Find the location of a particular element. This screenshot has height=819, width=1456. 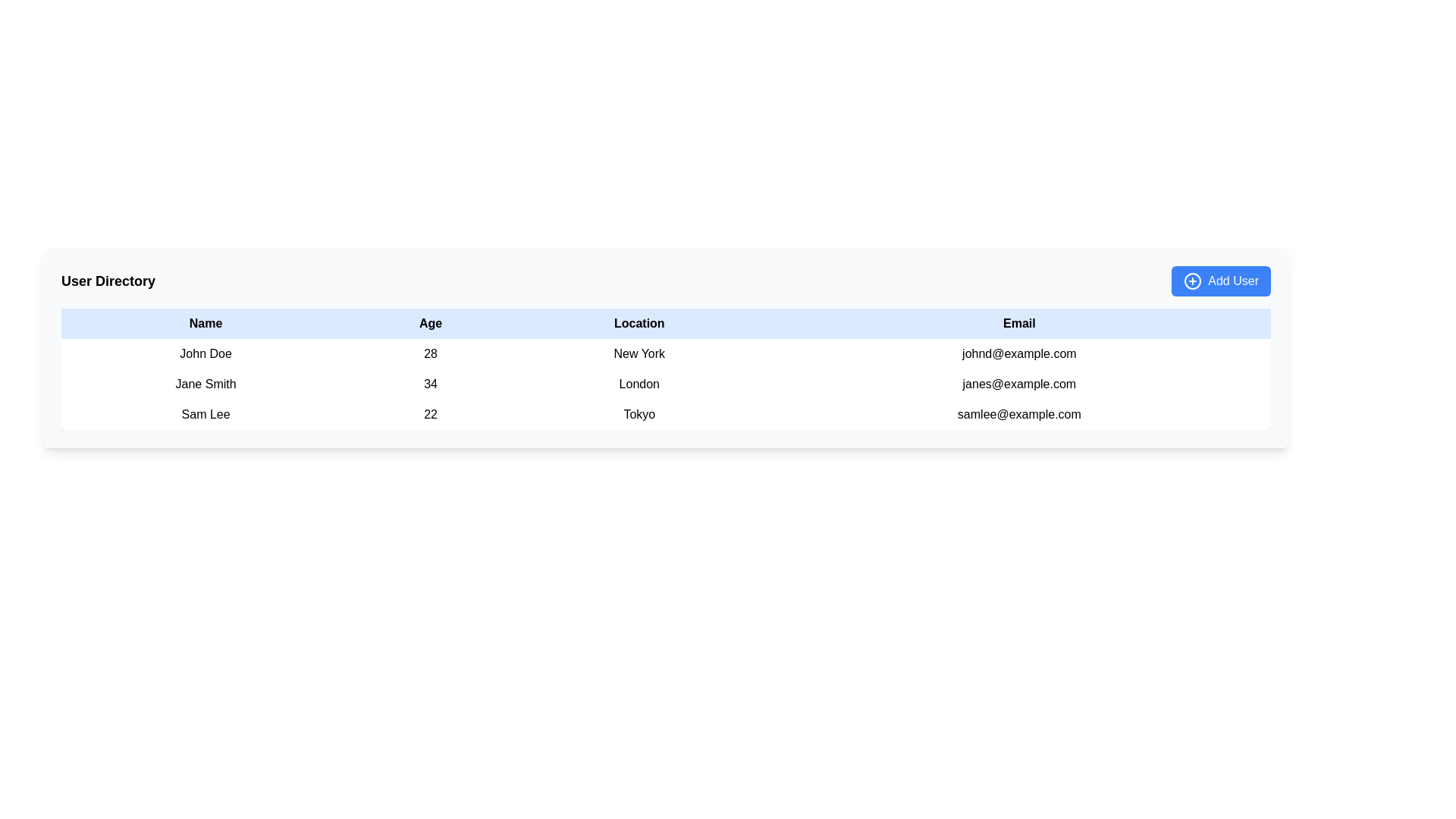

the 'Email' column header in the user information table, which is the fourth header among the siblings ('Name', 'Age', 'Location', 'Email') is located at coordinates (1019, 323).